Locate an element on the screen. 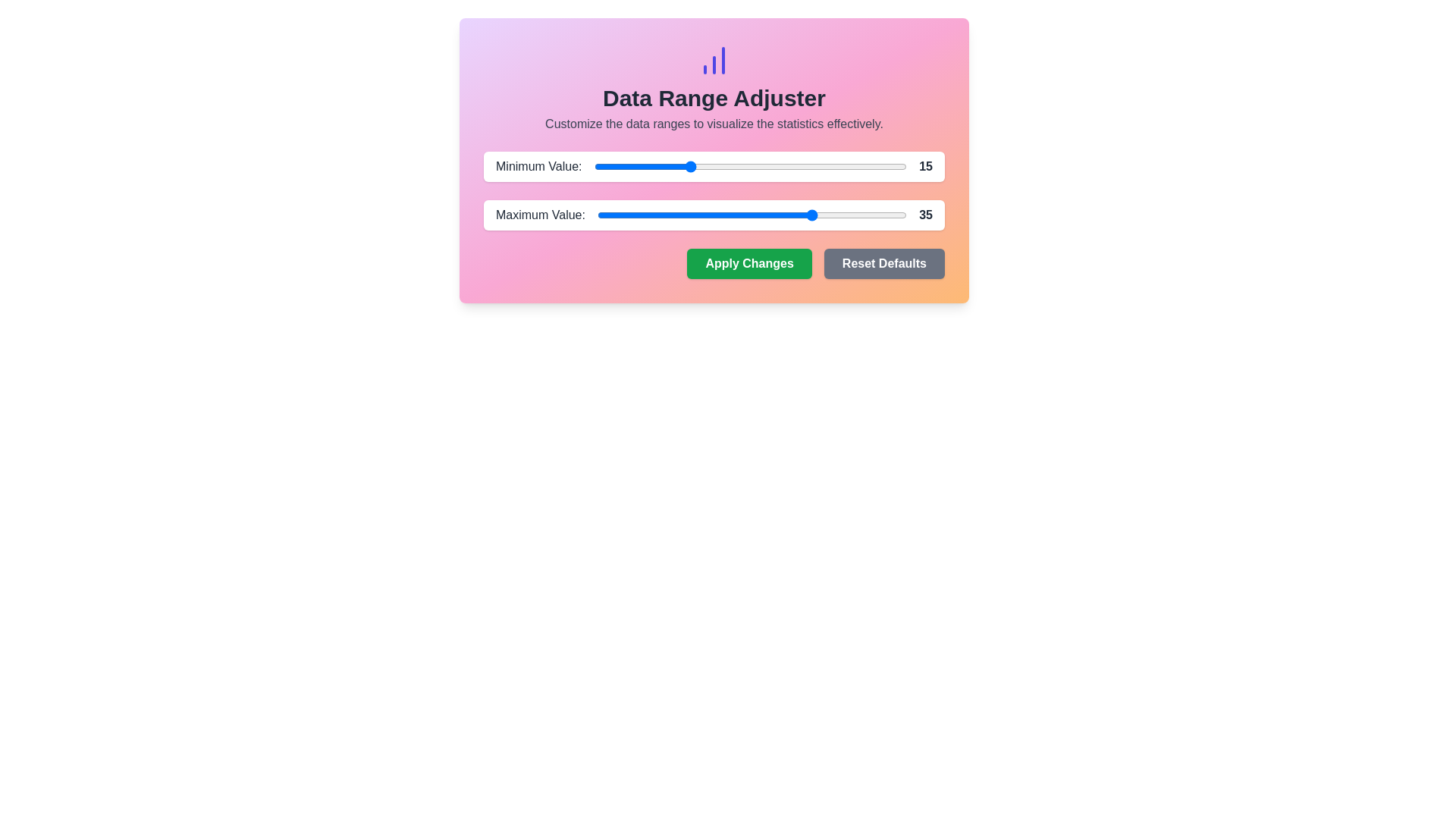  'Reset Defaults' button to revert settings to their default values is located at coordinates (884, 262).